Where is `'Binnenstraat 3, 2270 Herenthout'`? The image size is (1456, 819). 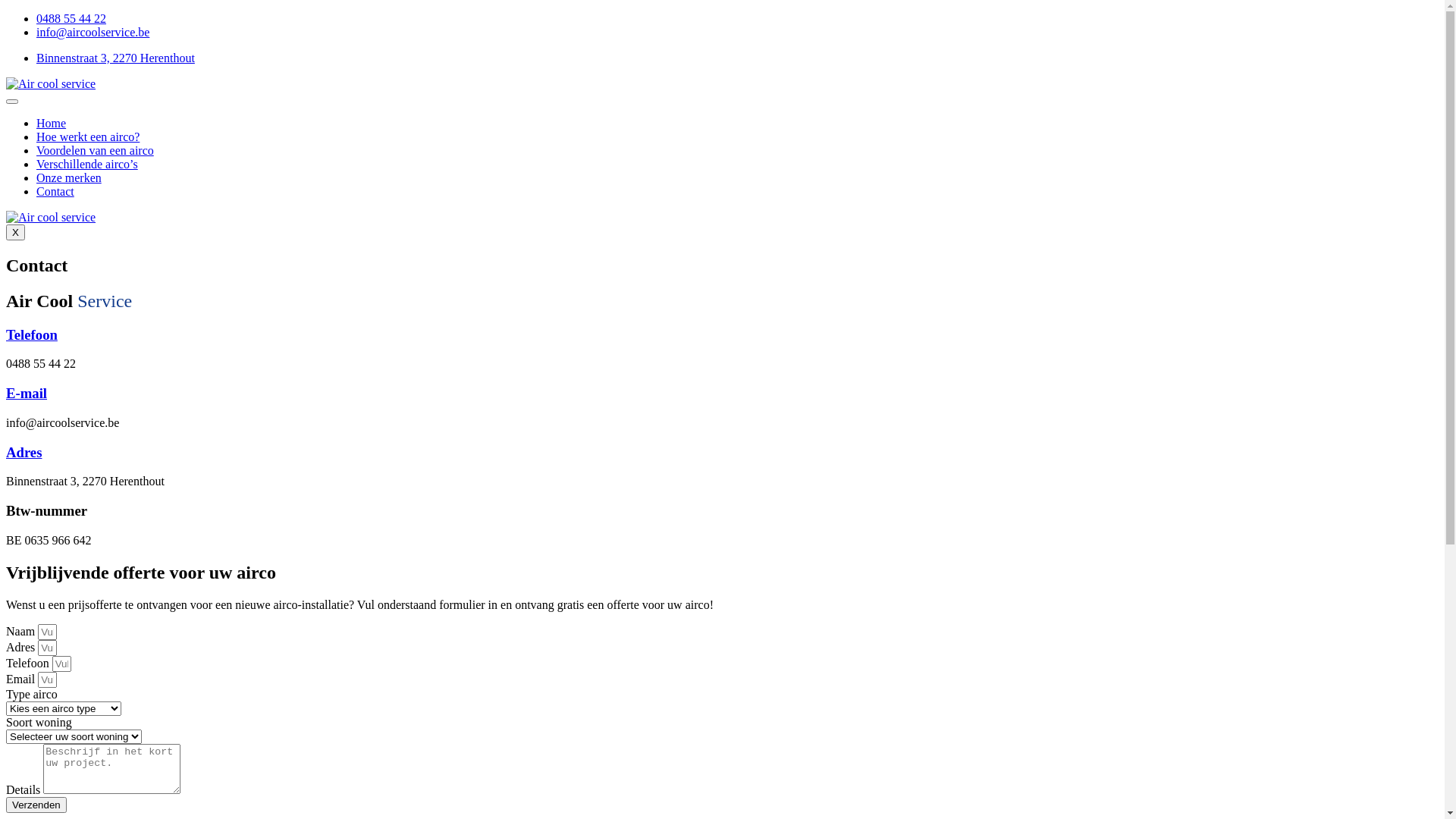
'Binnenstraat 3, 2270 Herenthout' is located at coordinates (36, 57).